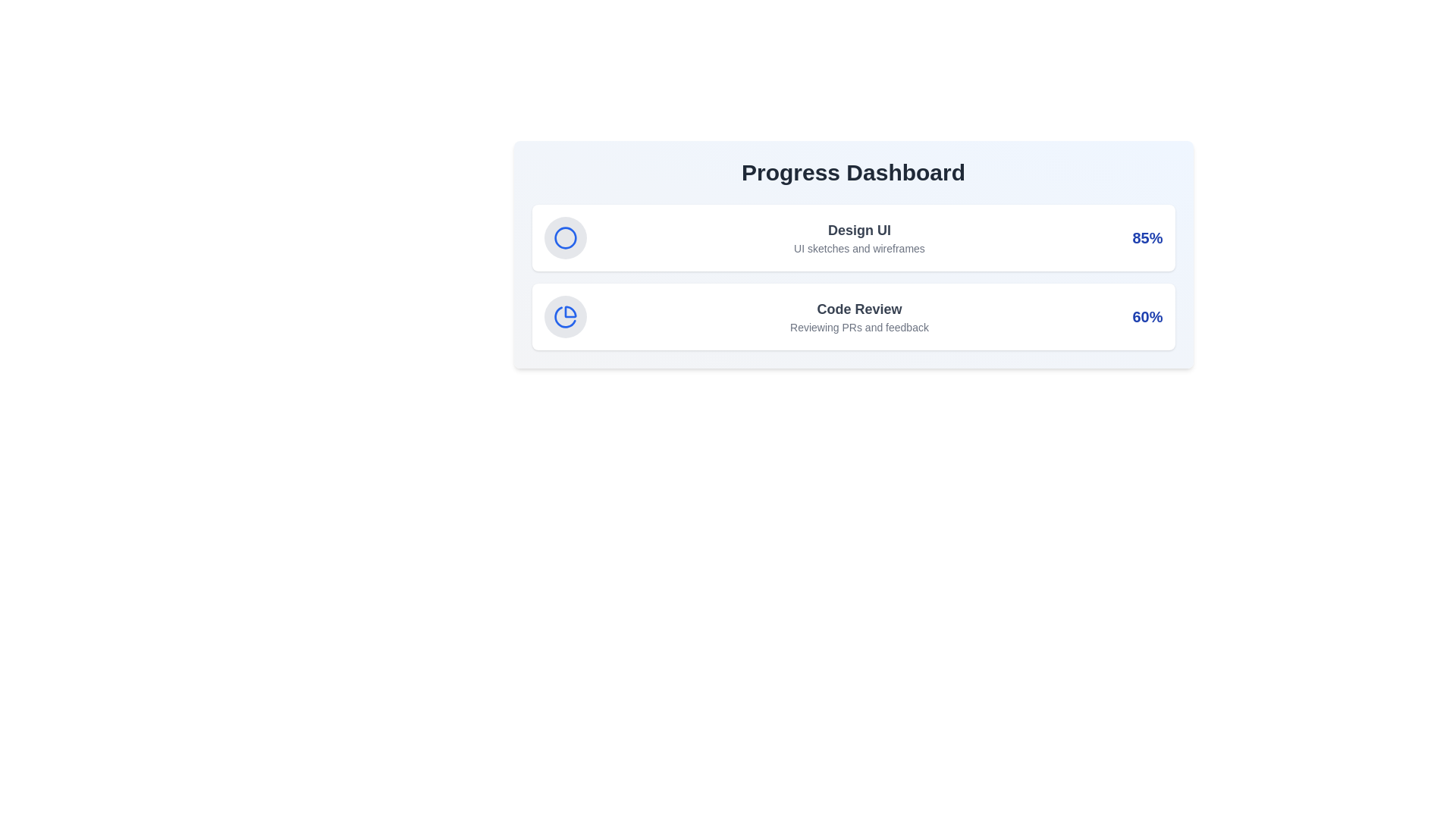  What do you see at coordinates (853, 315) in the screenshot?
I see `the second card in the list that represents the progress of the 'Code Review' task` at bounding box center [853, 315].